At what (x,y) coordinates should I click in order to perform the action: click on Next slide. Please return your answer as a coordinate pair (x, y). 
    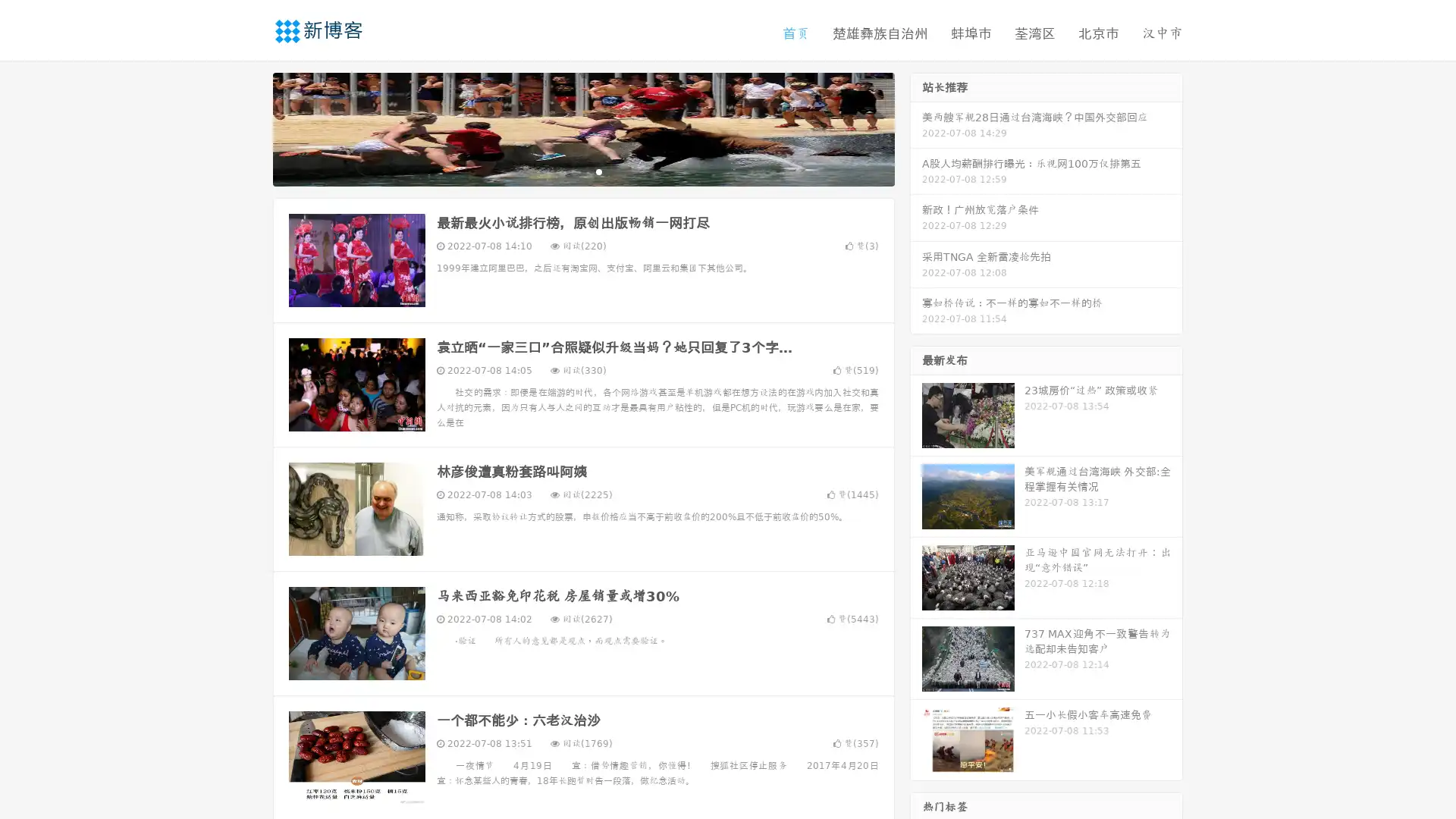
    Looking at the image, I should click on (916, 127).